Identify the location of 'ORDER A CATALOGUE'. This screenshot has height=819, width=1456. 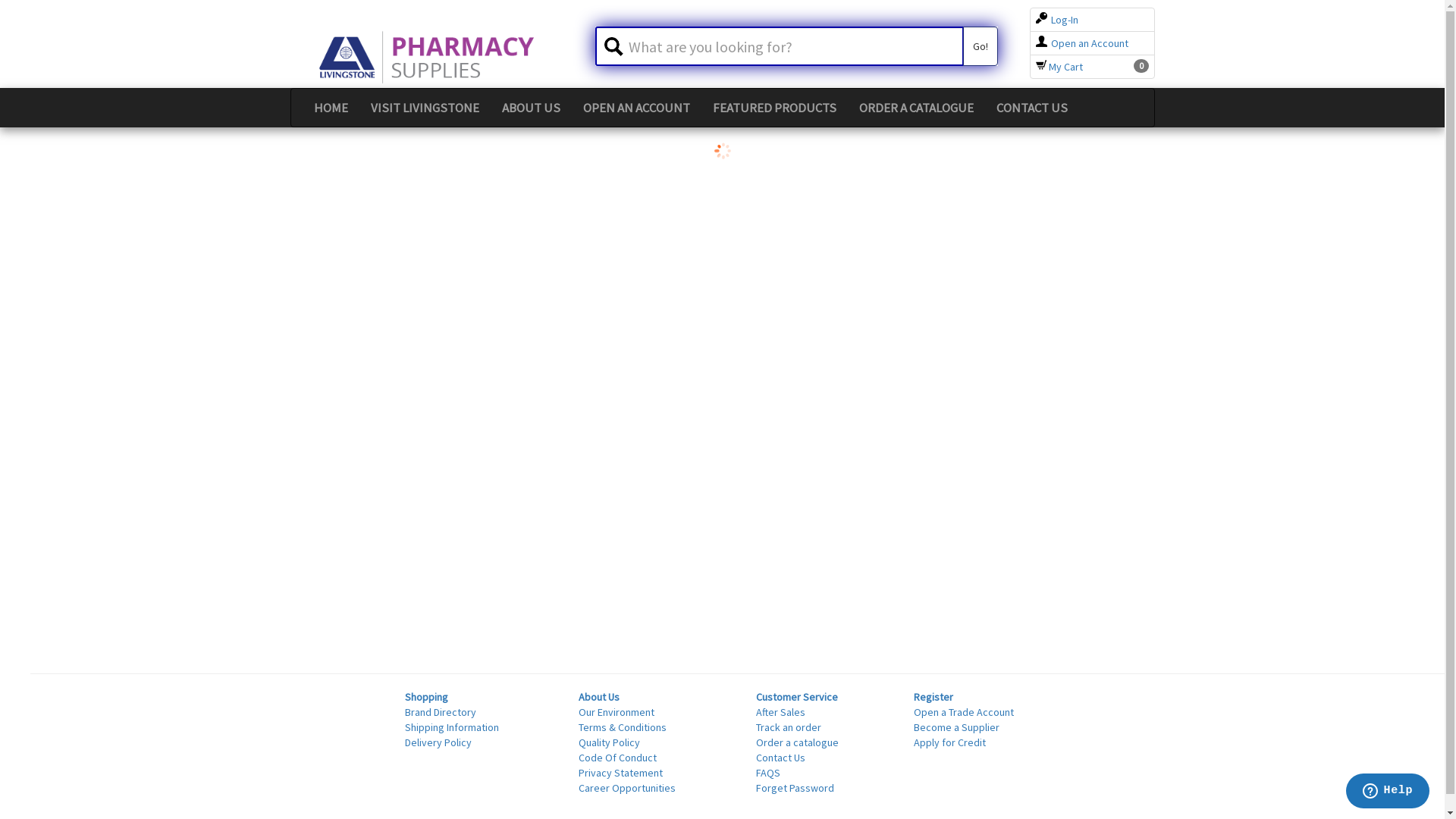
(847, 107).